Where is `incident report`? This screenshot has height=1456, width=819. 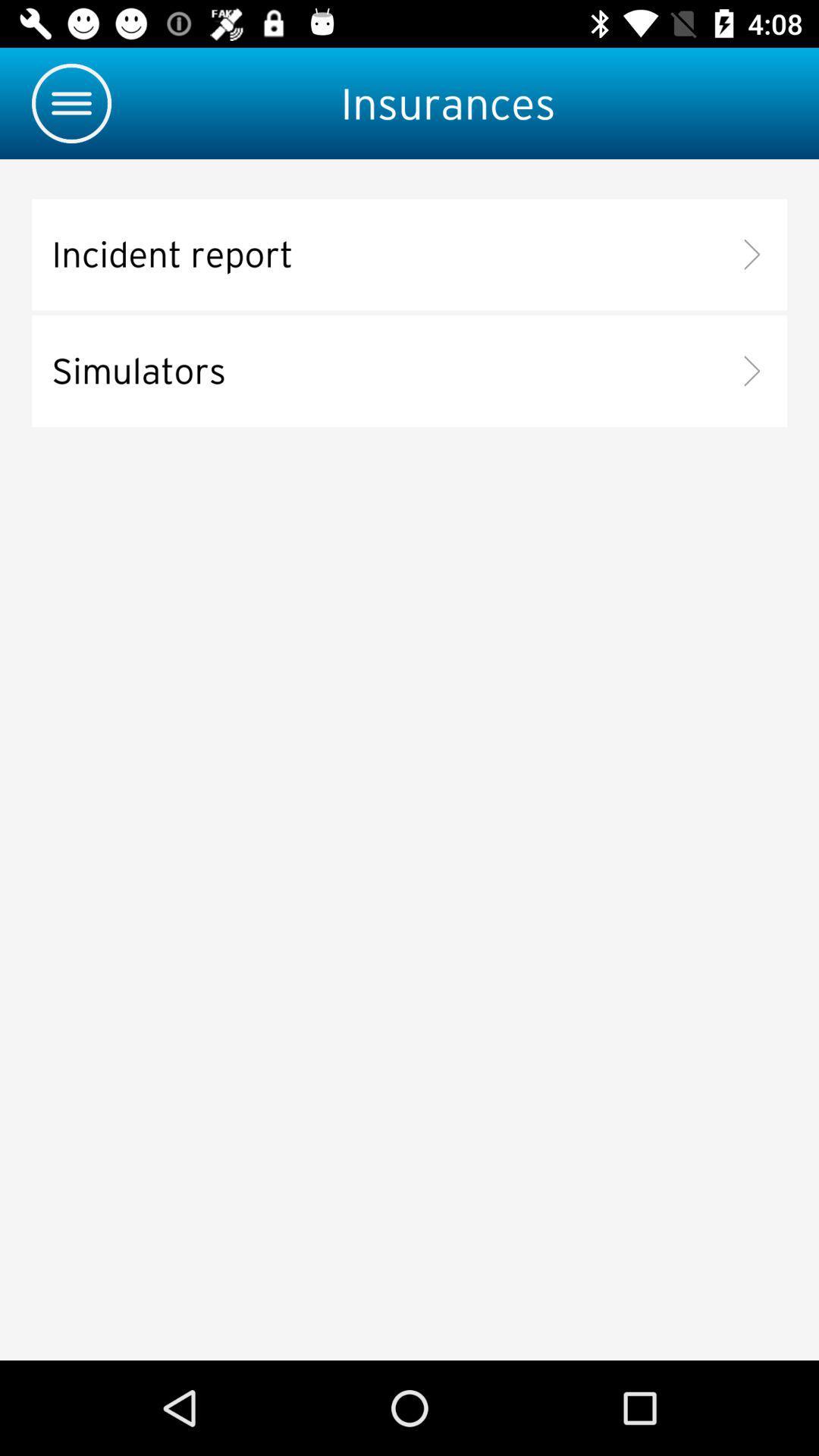 incident report is located at coordinates (409, 255).